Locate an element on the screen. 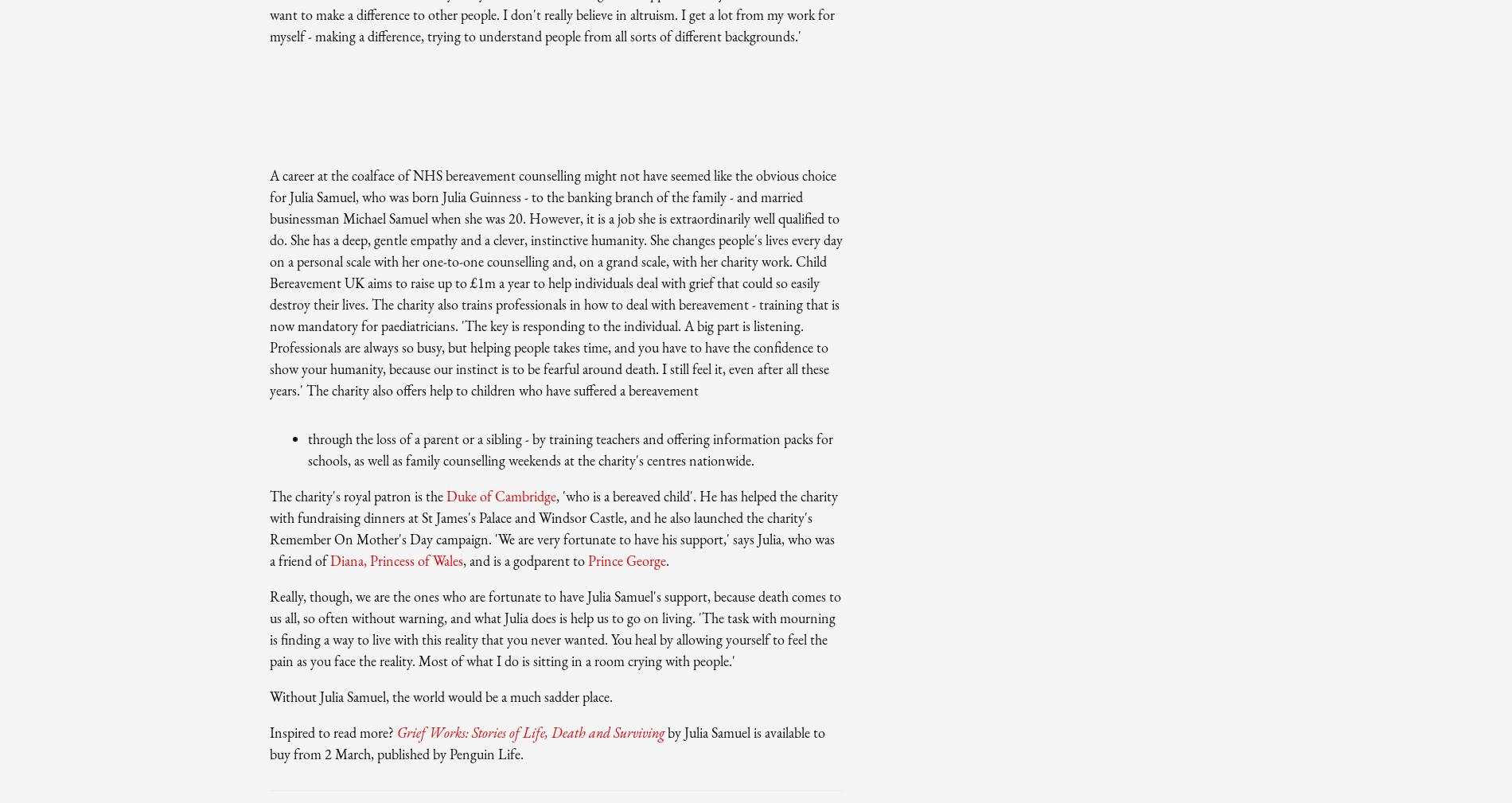 The width and height of the screenshot is (1512, 803). 'Really, though, we are the ones who are fortunate to have Julia Samuel's support, because death comes to us all, so often without warning, and what Julia does is help us to go on living. 'The task with mourning is finding a way to live with this reality that you never wanted. You heal by allowing yourself to feel the pain as you face the reality. Most of what I do is sitting in a room crying with people.'' is located at coordinates (555, 628).